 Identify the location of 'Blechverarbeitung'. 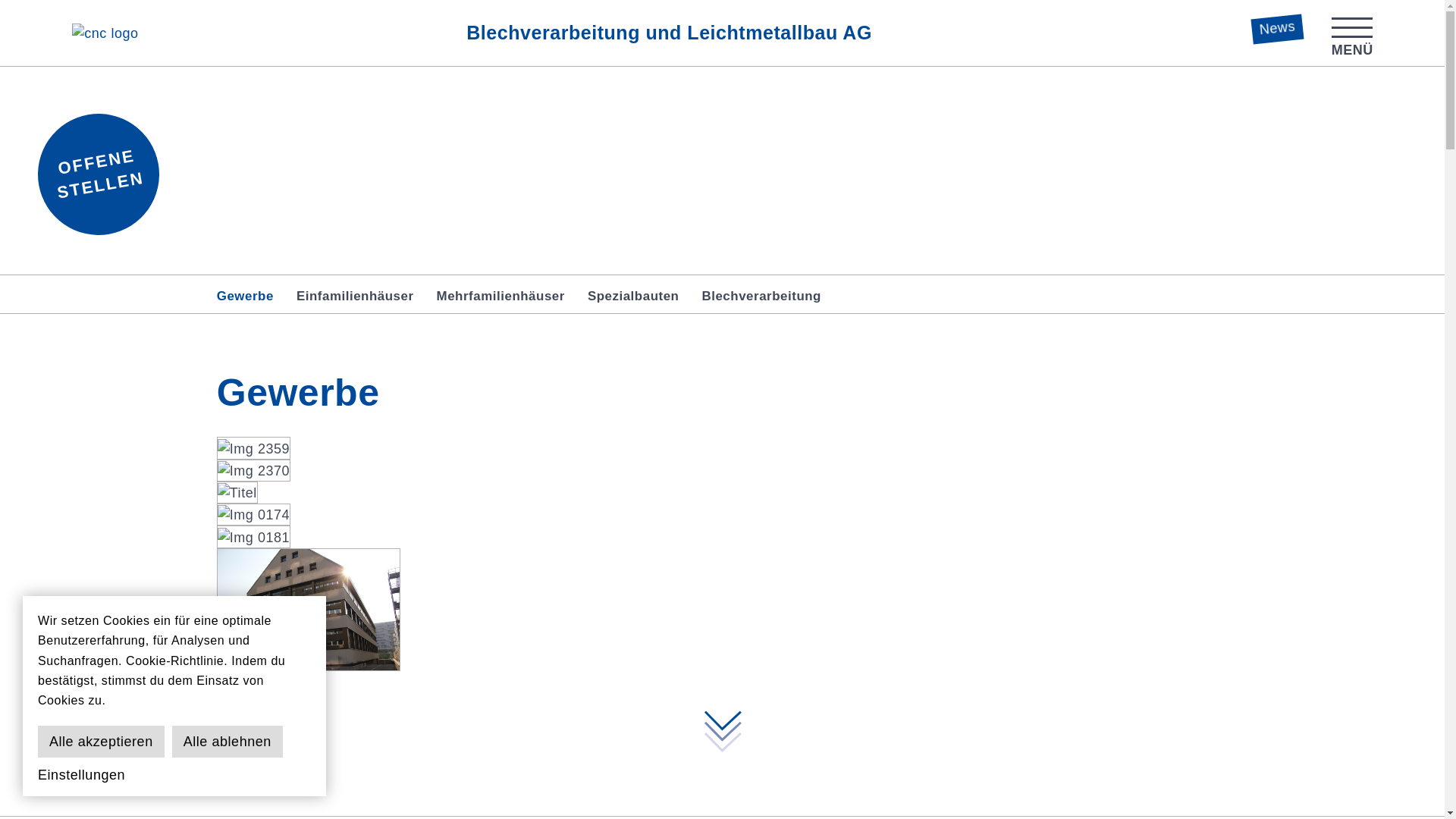
(761, 296).